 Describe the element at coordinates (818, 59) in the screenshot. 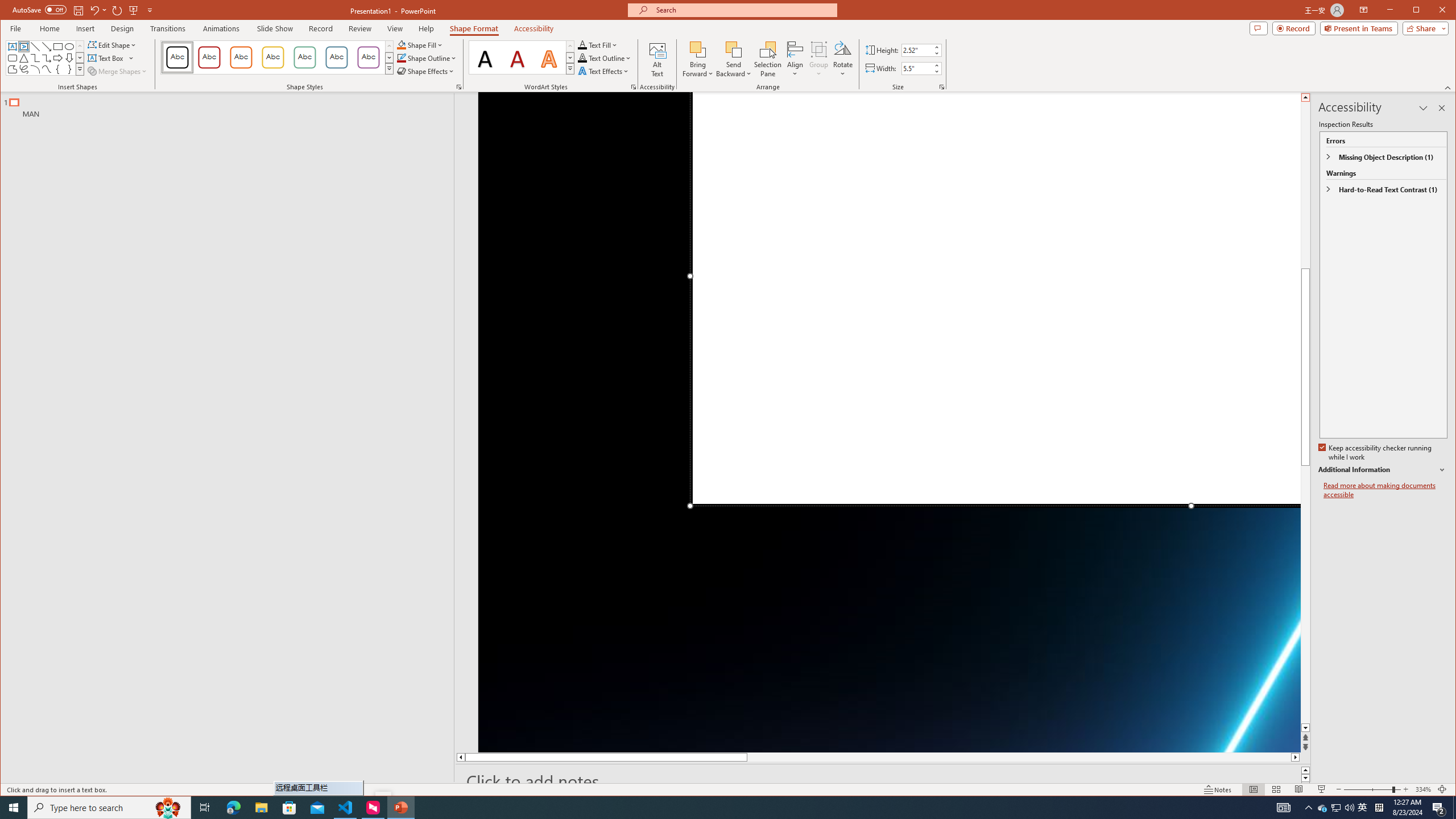

I see `'Group'` at that location.